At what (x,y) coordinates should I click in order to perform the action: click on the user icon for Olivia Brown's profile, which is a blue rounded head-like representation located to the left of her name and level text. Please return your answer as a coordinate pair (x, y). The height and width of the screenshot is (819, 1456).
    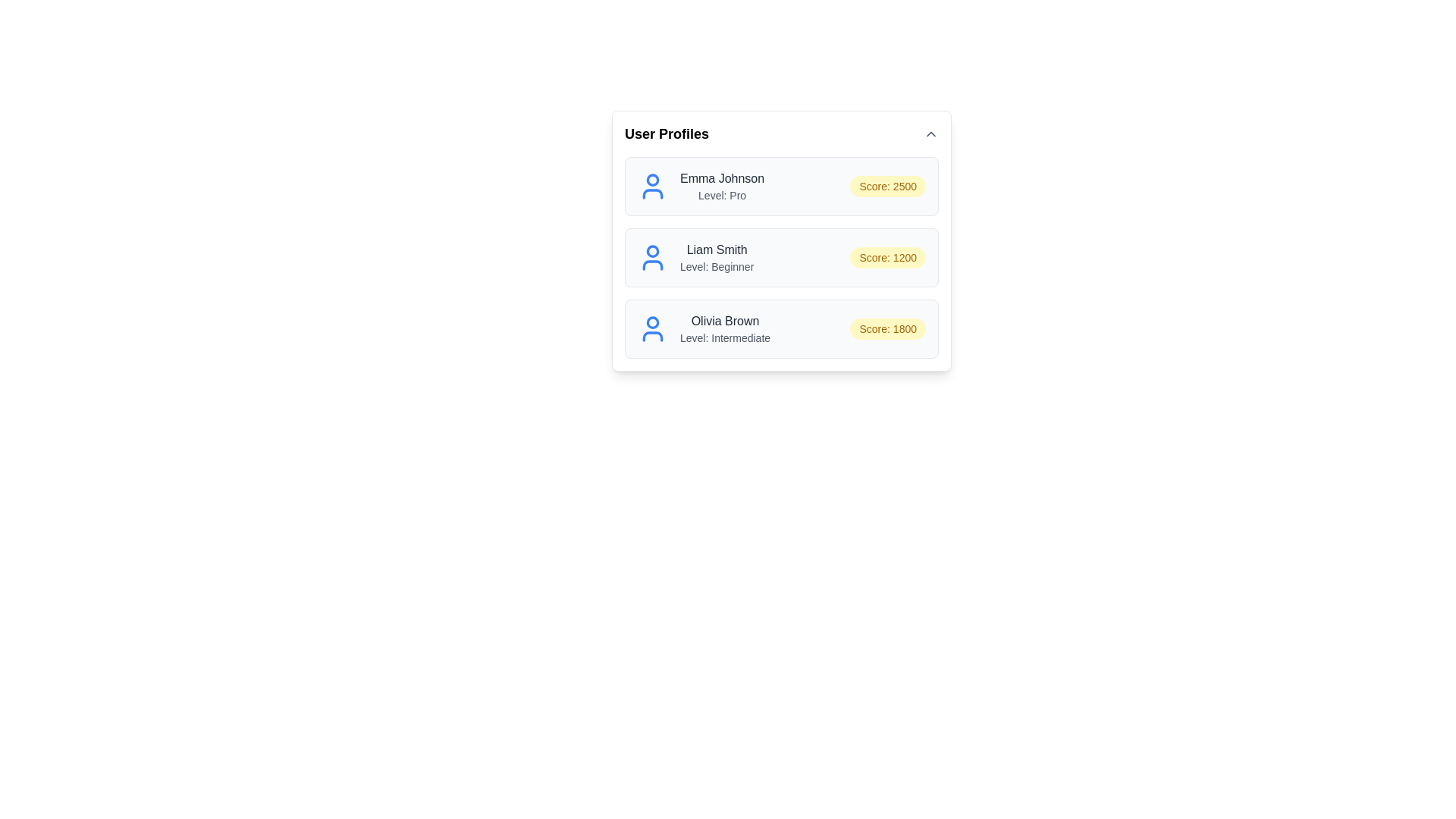
    Looking at the image, I should click on (652, 328).